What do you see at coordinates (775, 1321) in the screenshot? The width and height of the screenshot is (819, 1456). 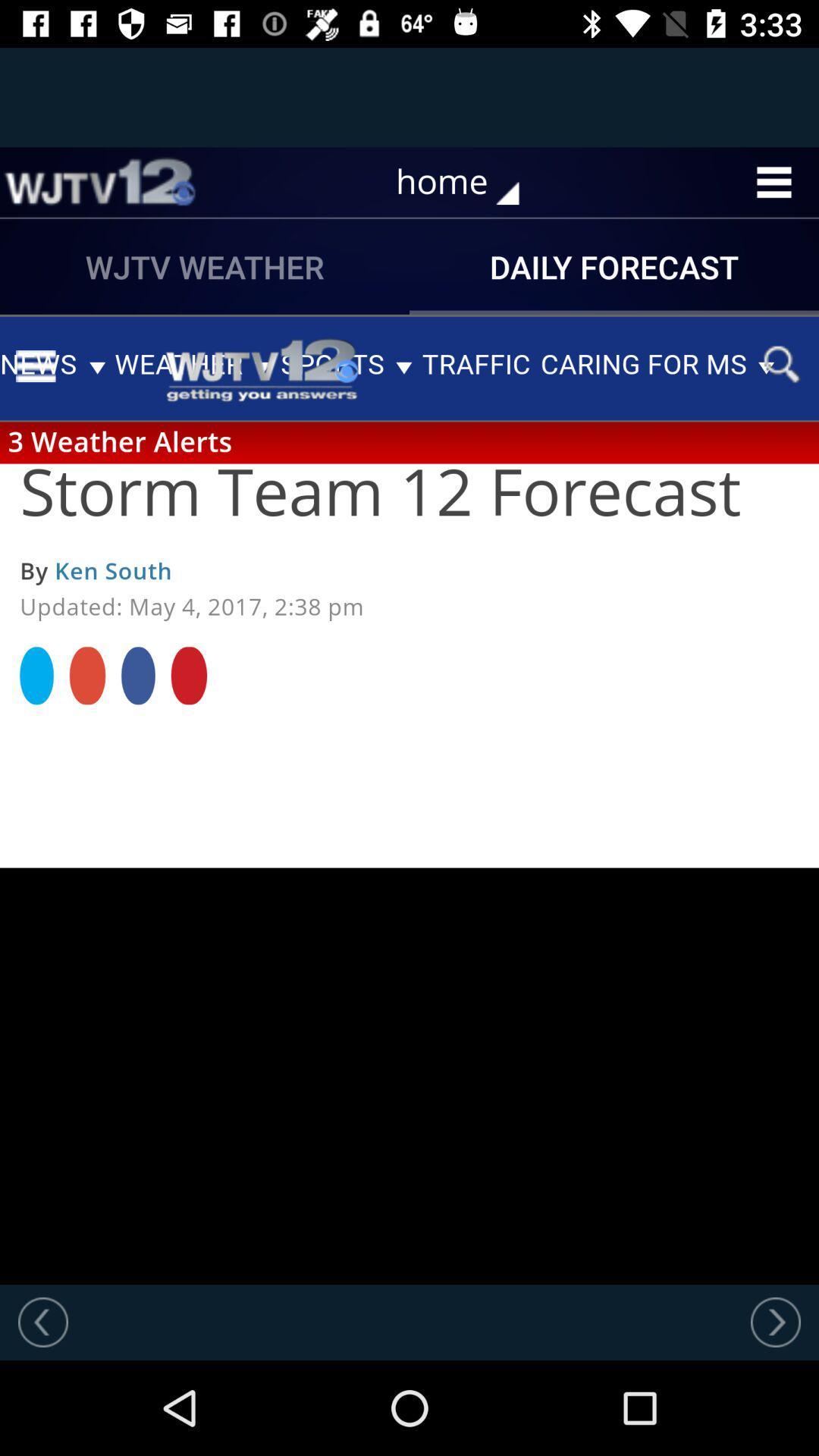 I see `go next` at bounding box center [775, 1321].